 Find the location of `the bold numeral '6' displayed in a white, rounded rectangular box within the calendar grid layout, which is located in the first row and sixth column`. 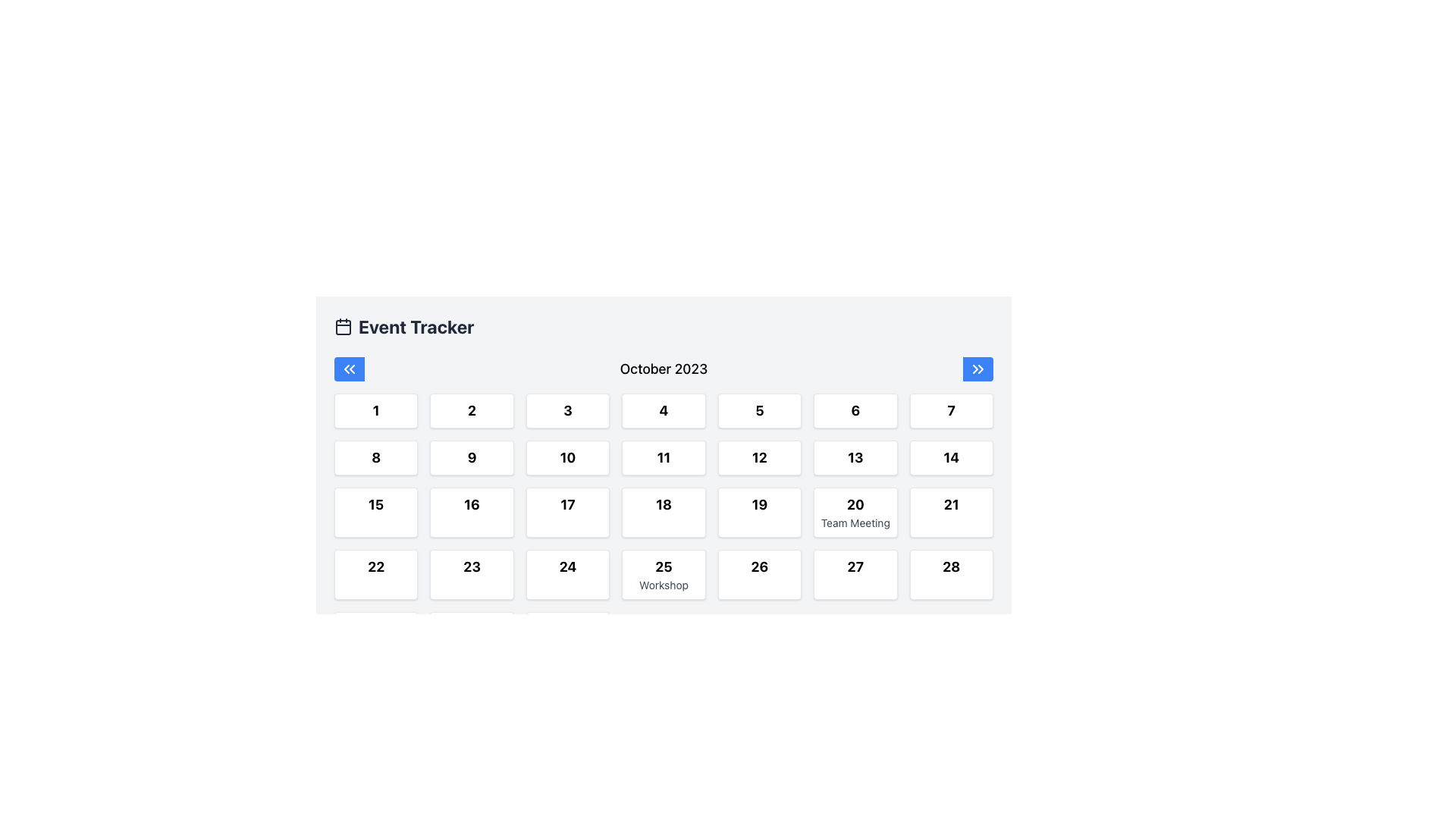

the bold numeral '6' displayed in a white, rounded rectangular box within the calendar grid layout, which is located in the first row and sixth column is located at coordinates (855, 411).